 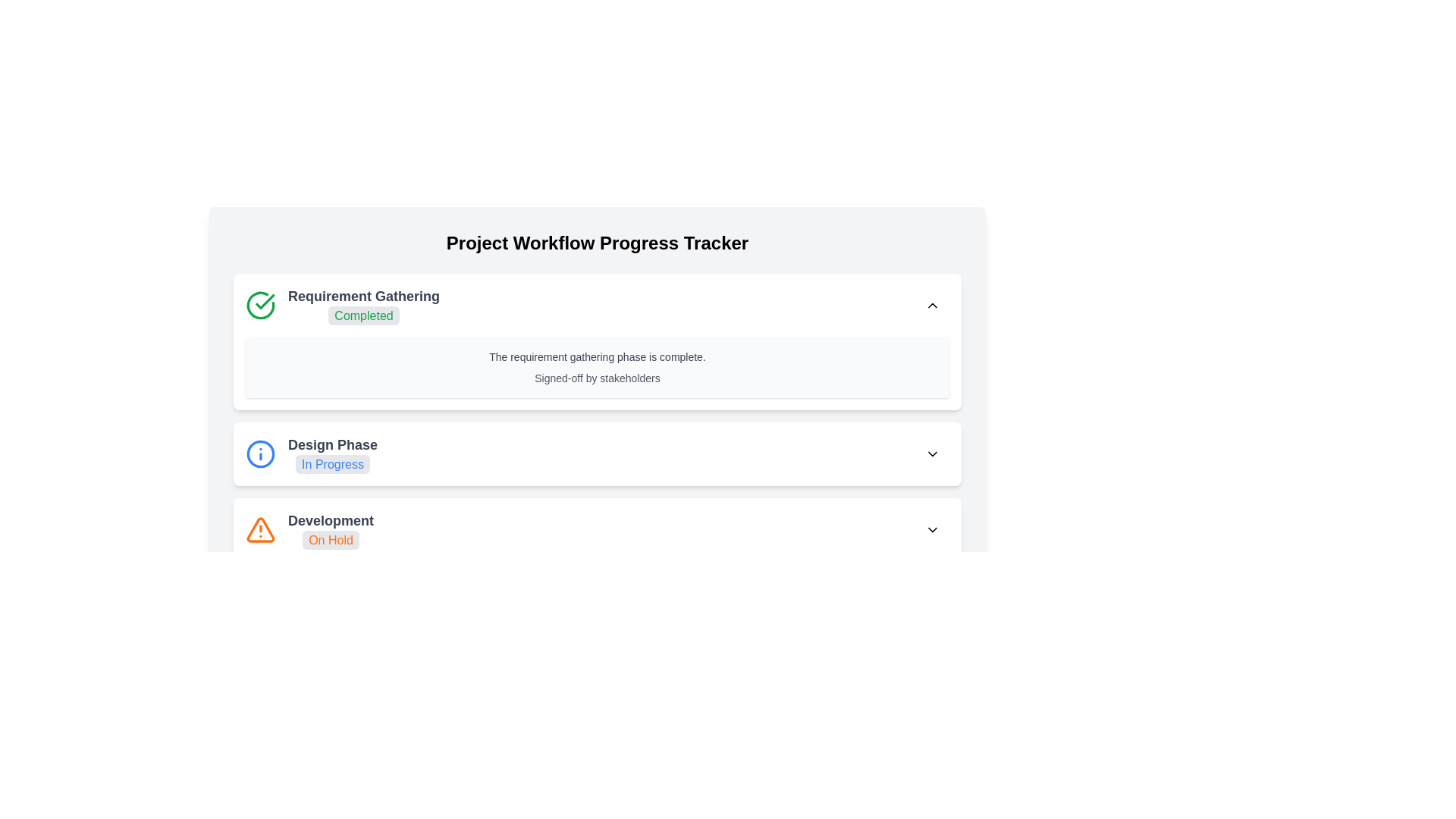 What do you see at coordinates (265, 301) in the screenshot?
I see `the small green checkmark icon inside a circular outline in the 'Requirement Gathering' section, indicating completion` at bounding box center [265, 301].